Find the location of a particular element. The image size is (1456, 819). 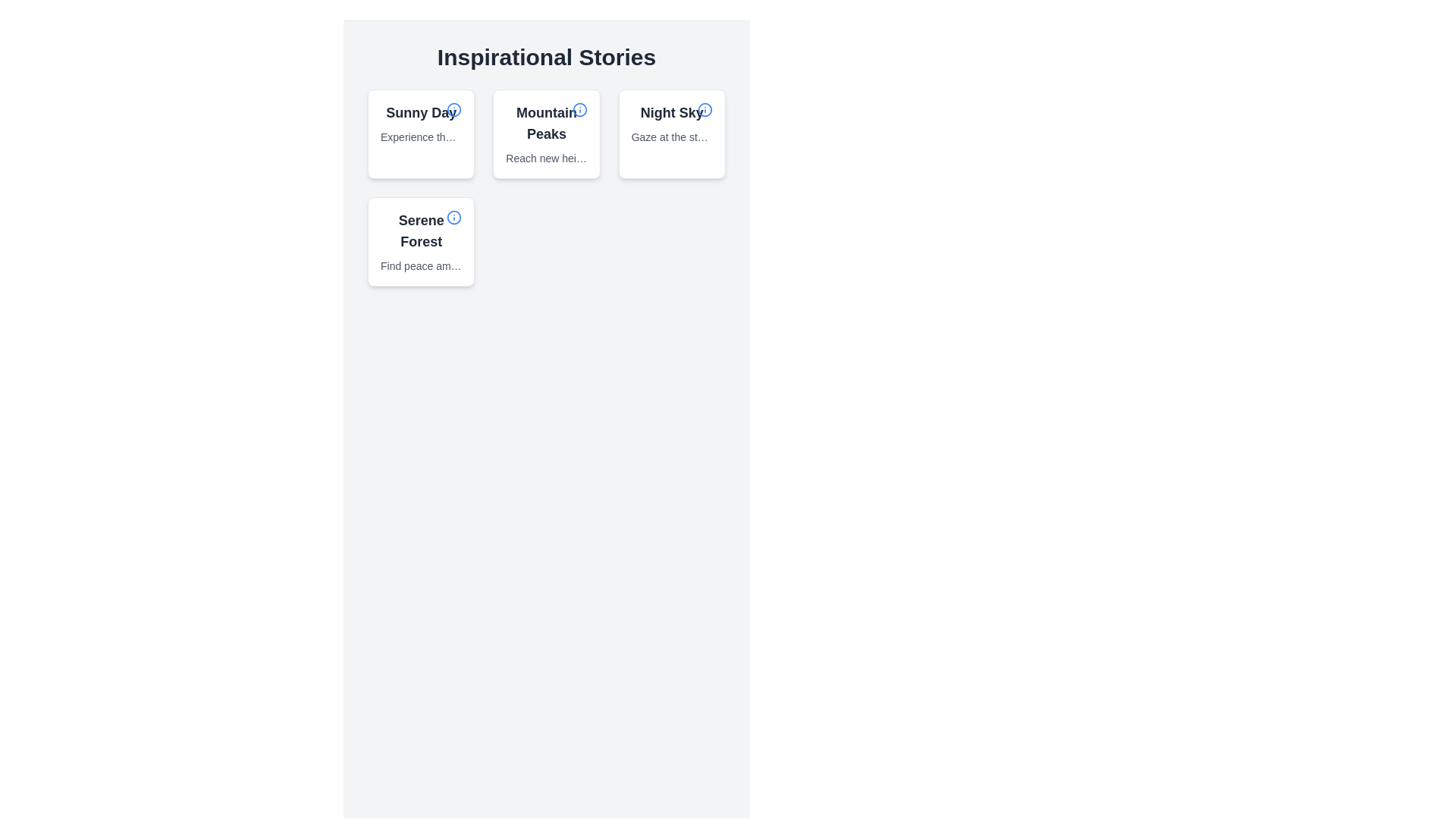

the small circular informational icon with a blue border located in the top-right corner of the 'Sunny Day' card is located at coordinates (453, 109).